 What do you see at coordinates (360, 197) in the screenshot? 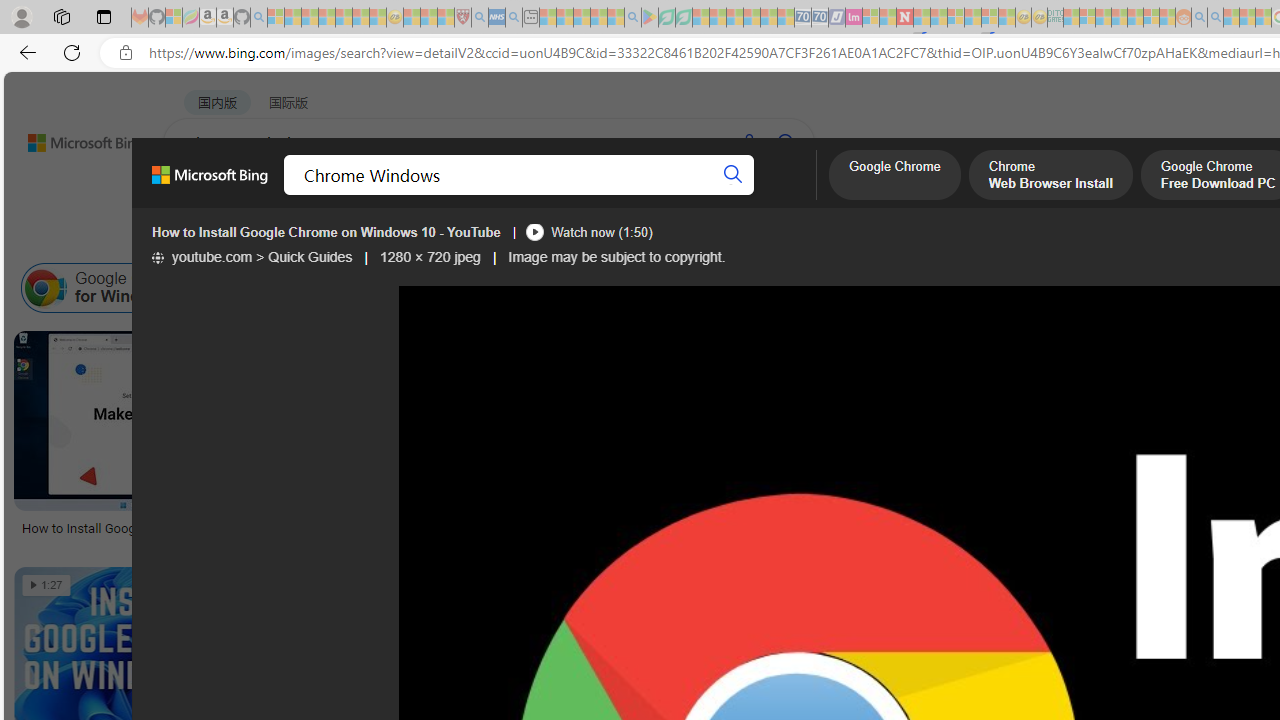
I see `'IMAGES'` at bounding box center [360, 197].